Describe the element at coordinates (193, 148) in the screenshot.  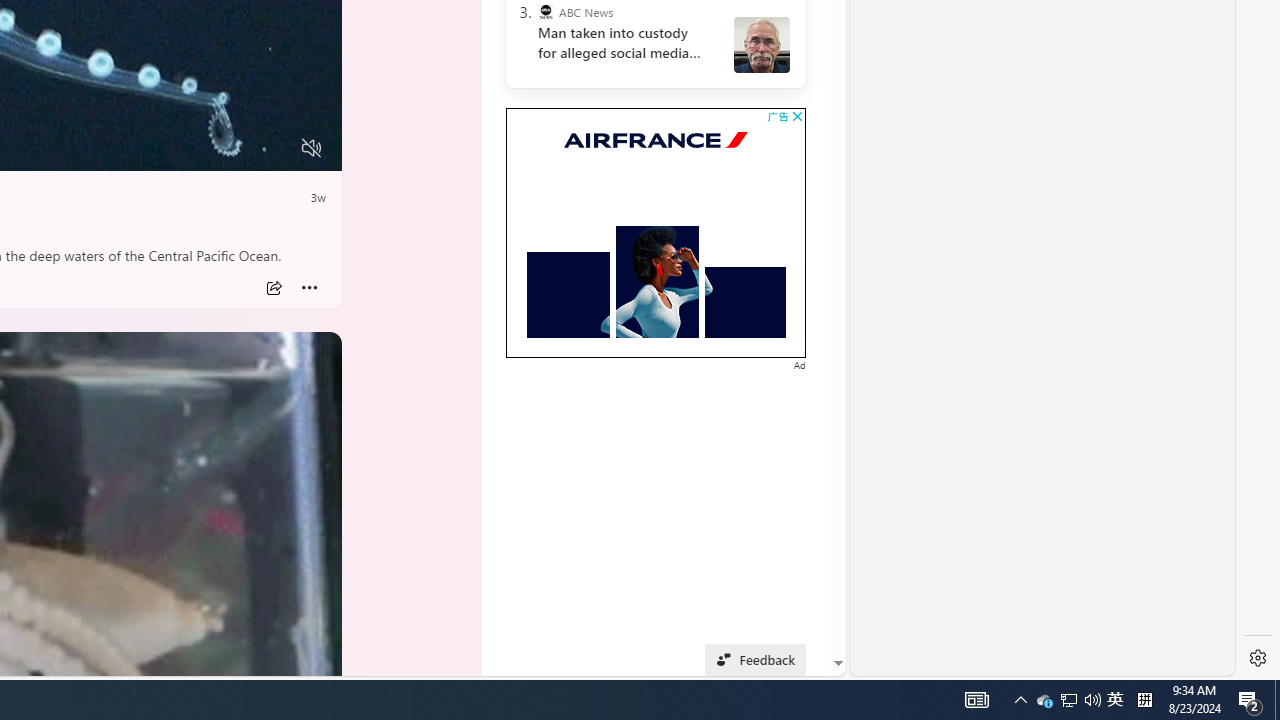
I see `'Quality Settings'` at that location.